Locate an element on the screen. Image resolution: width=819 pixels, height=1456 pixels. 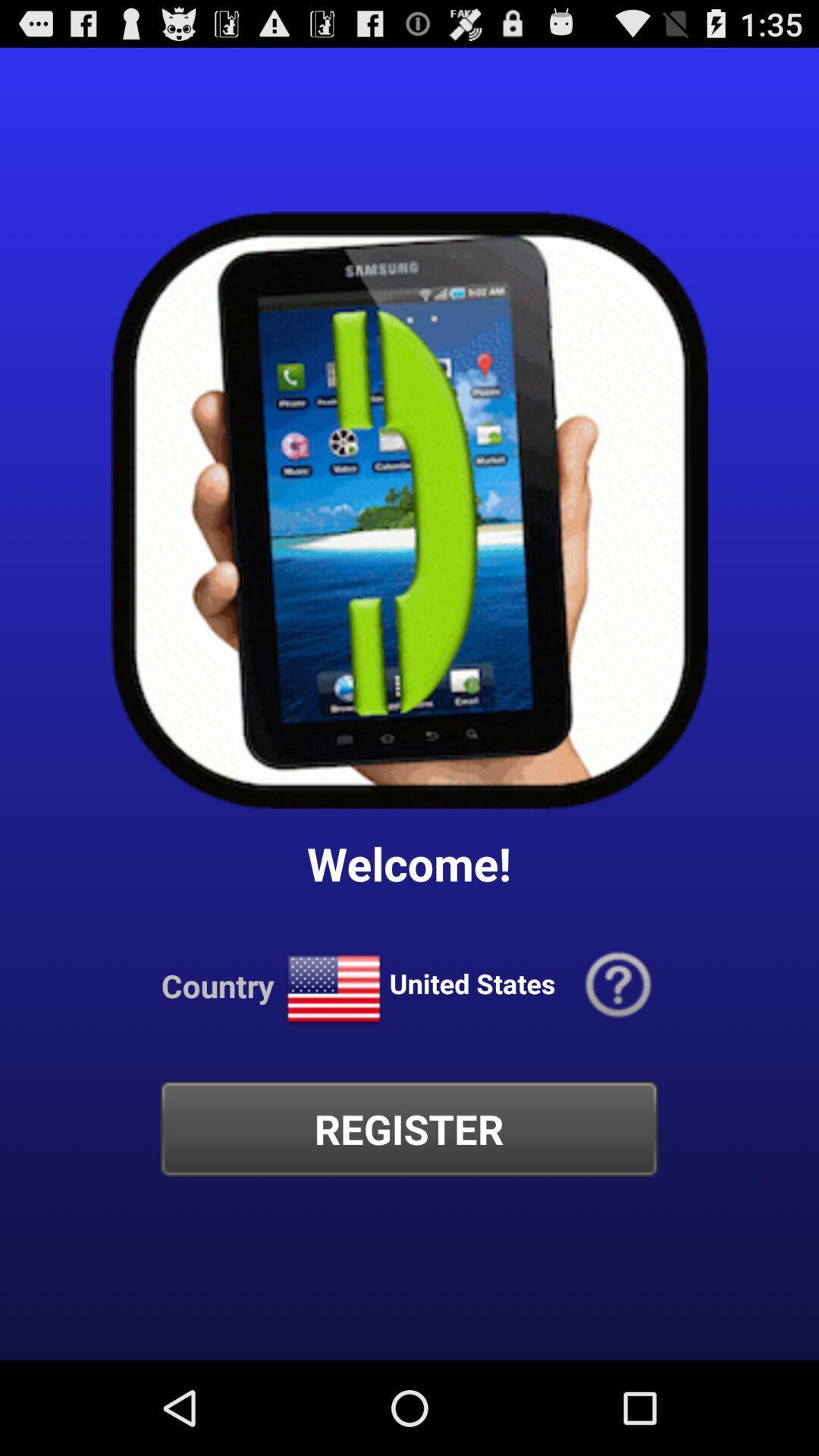
the app to the left of united states item is located at coordinates (333, 990).